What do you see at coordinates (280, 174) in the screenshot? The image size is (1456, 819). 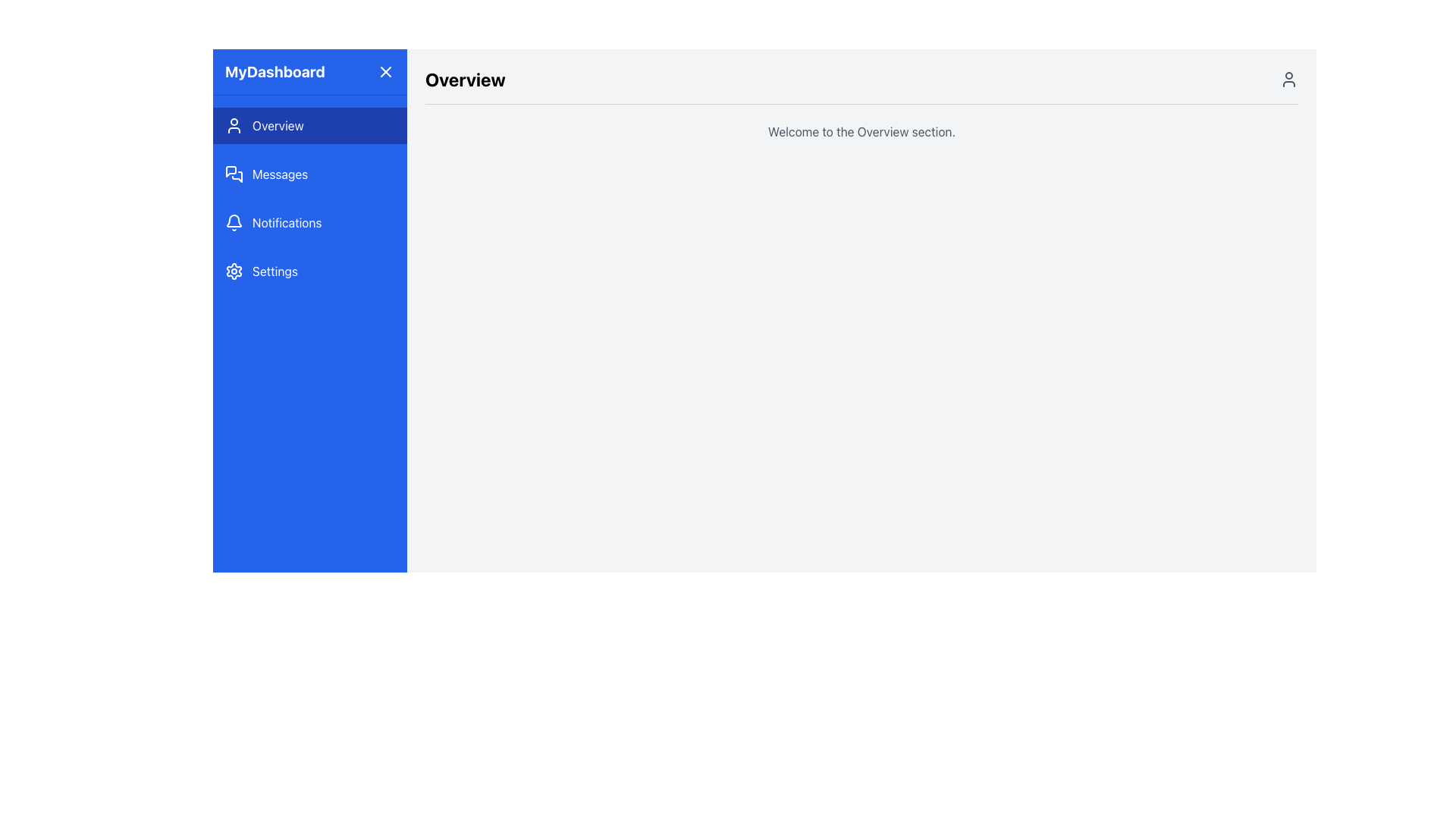 I see `the 'Messages' text label in the sidebar navigation menu, which is displayed in white font against a blue background and is located between 'Overview' and 'Notifications'` at bounding box center [280, 174].